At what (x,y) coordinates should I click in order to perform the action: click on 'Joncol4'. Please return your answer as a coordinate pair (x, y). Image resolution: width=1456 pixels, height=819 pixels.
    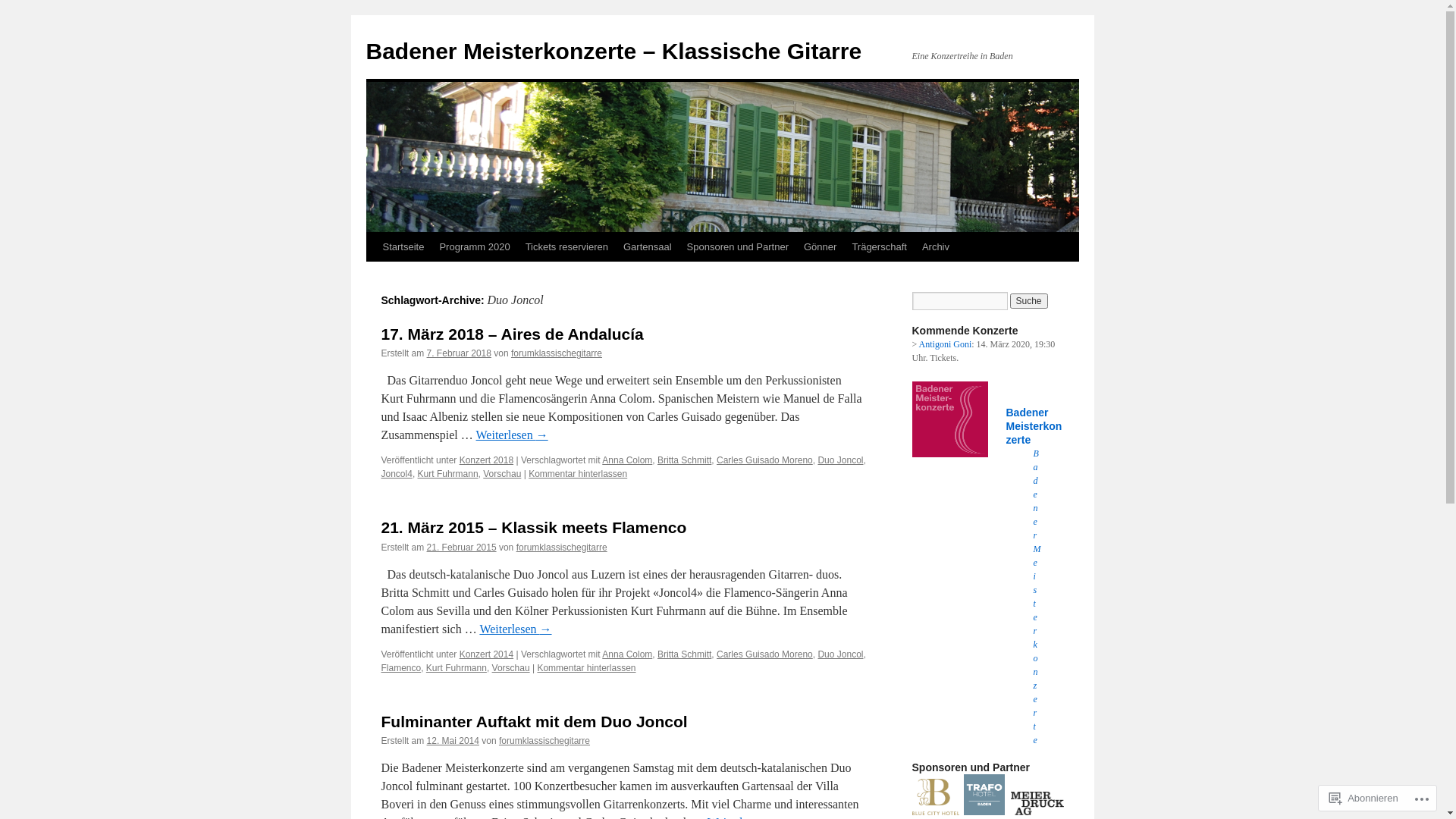
    Looking at the image, I should click on (396, 472).